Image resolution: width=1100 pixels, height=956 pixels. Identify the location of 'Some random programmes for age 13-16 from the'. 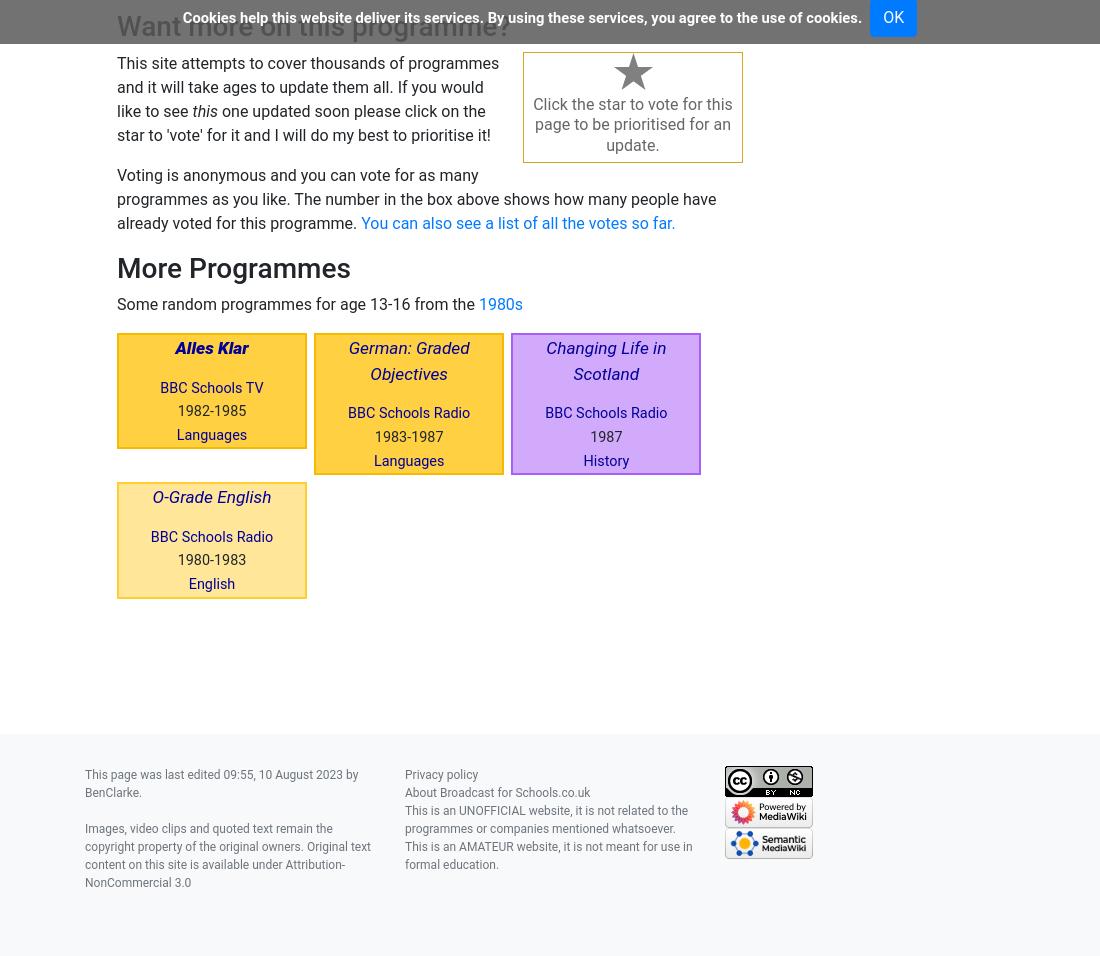
(296, 303).